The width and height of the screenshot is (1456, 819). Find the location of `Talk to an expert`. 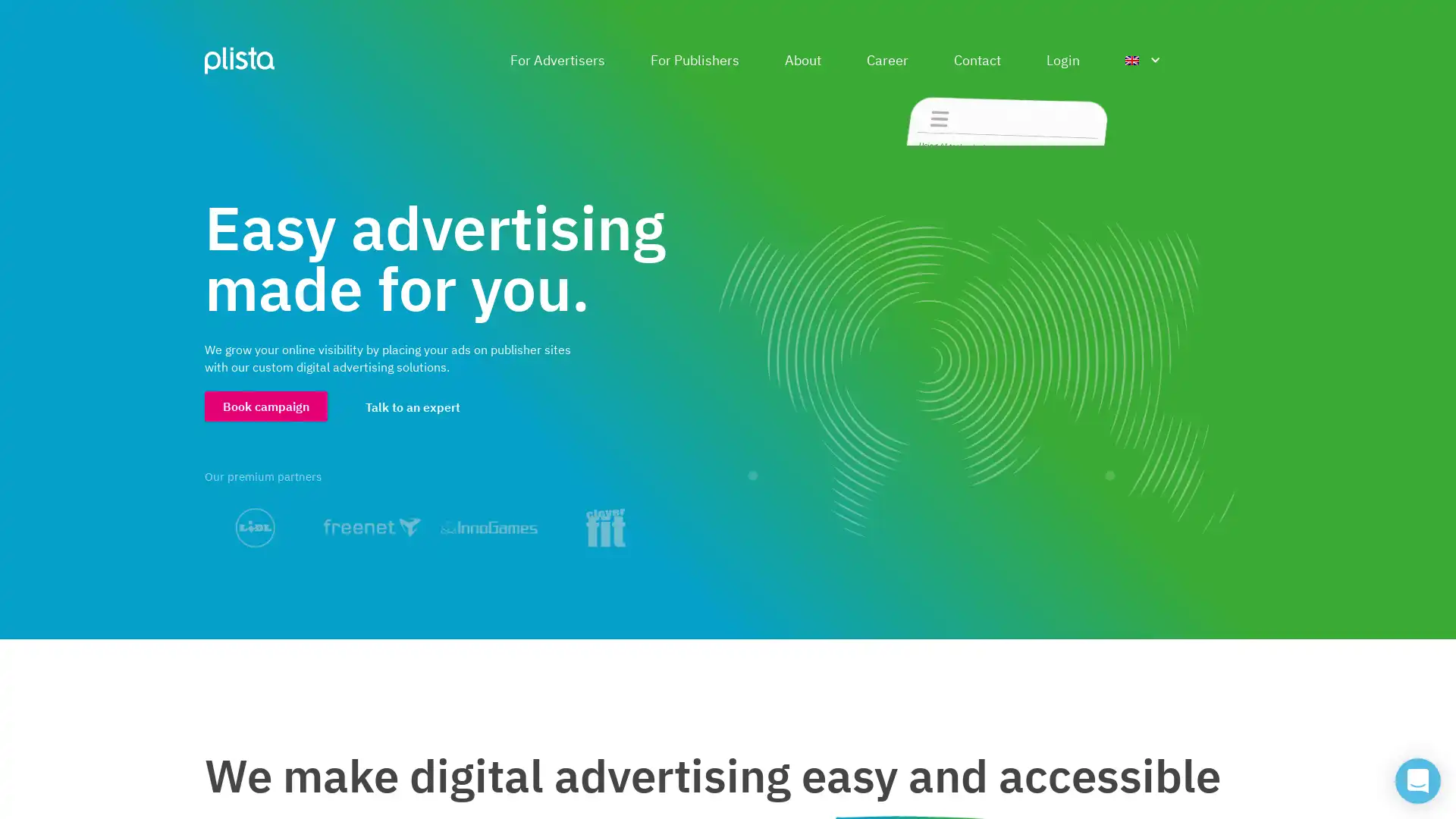

Talk to an expert is located at coordinates (413, 406).